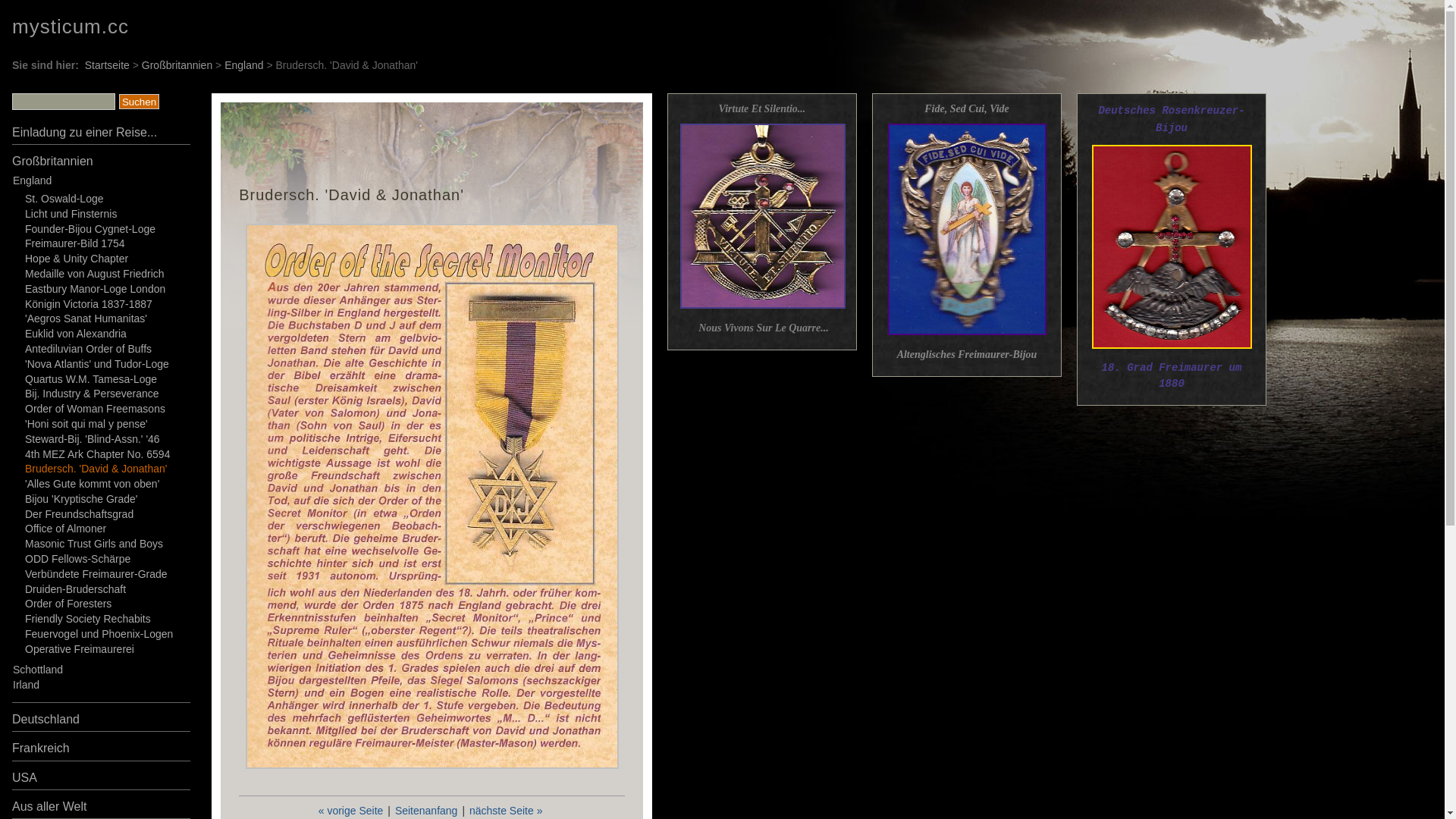  Describe the element at coordinates (64, 528) in the screenshot. I see `'Office of Almoner'` at that location.